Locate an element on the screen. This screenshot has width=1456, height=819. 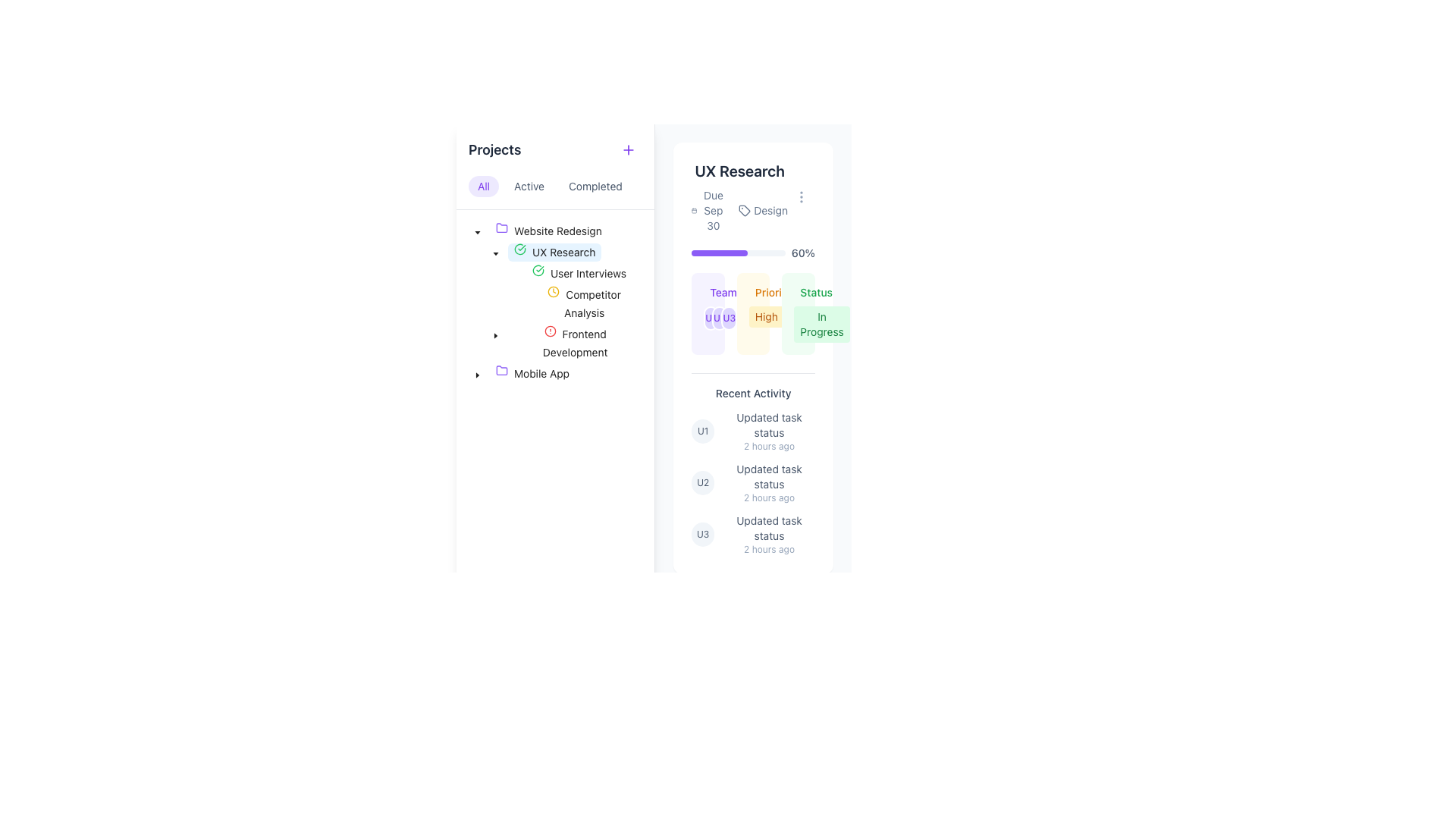
the 'Projects' heading text, which is a bold, dark slate-colored label located in the header section of the sidebar is located at coordinates (494, 149).